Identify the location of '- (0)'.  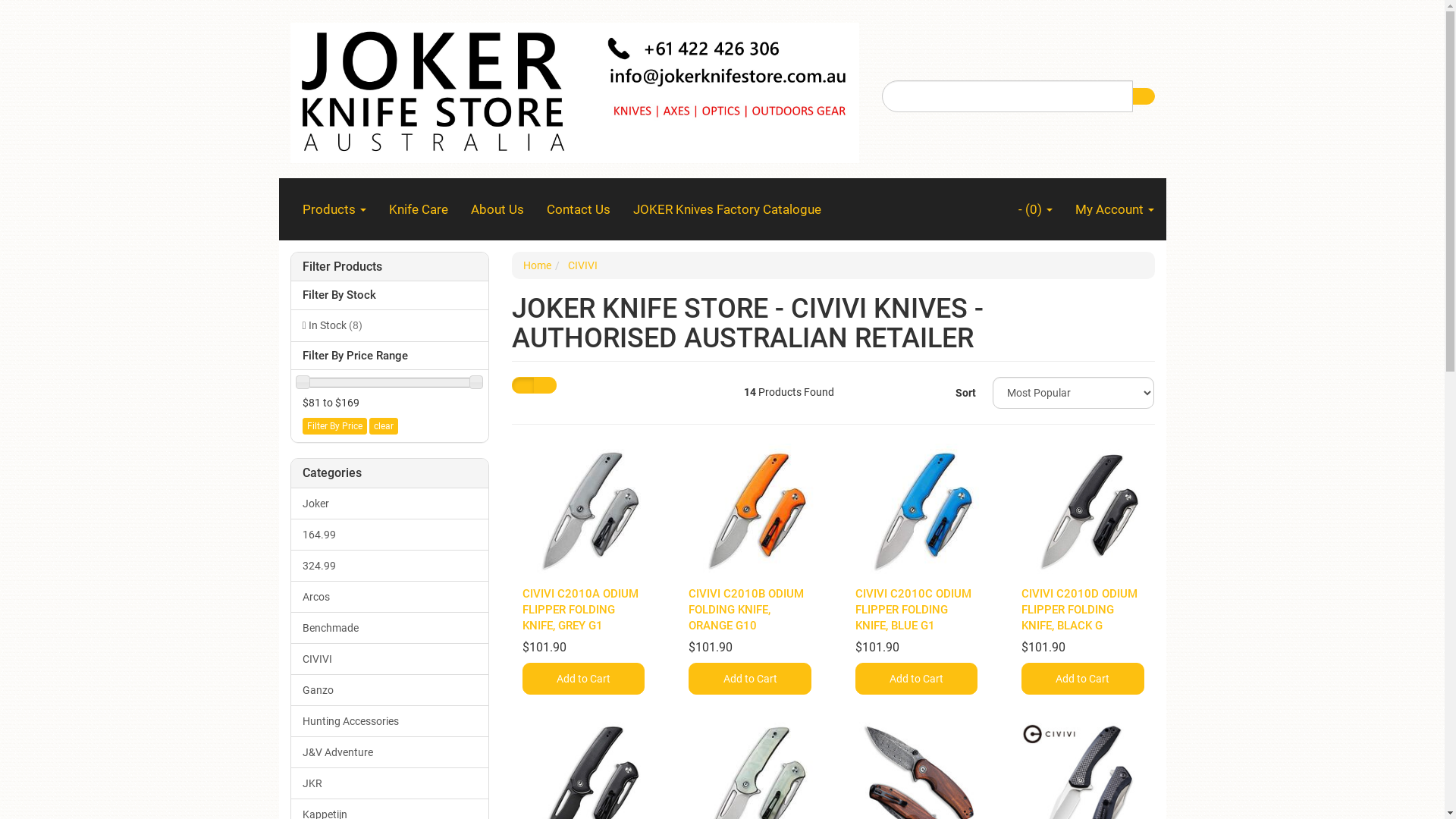
(1034, 209).